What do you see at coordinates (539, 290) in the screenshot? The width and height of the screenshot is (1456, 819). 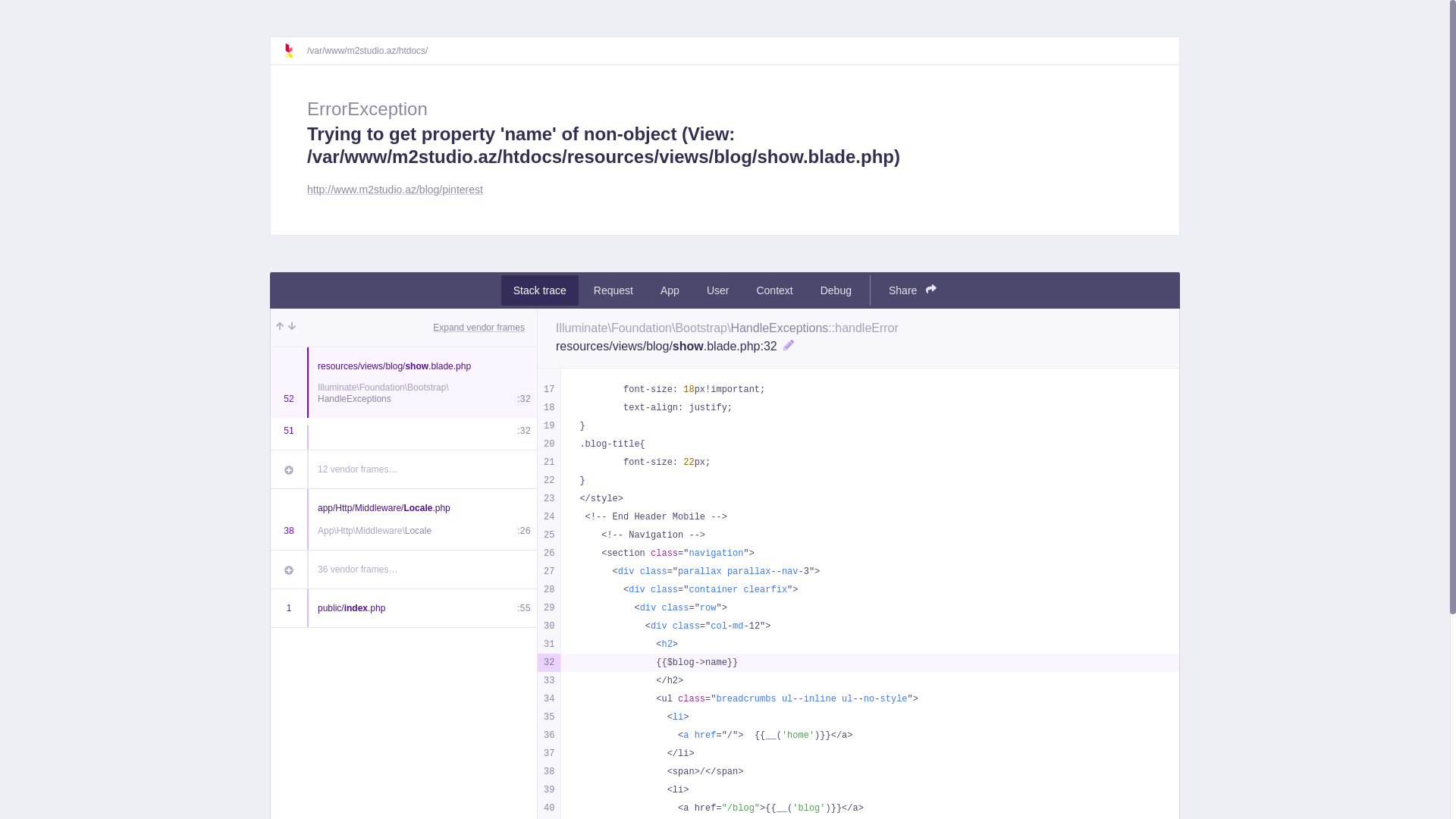 I see `'Stack trace'` at bounding box center [539, 290].